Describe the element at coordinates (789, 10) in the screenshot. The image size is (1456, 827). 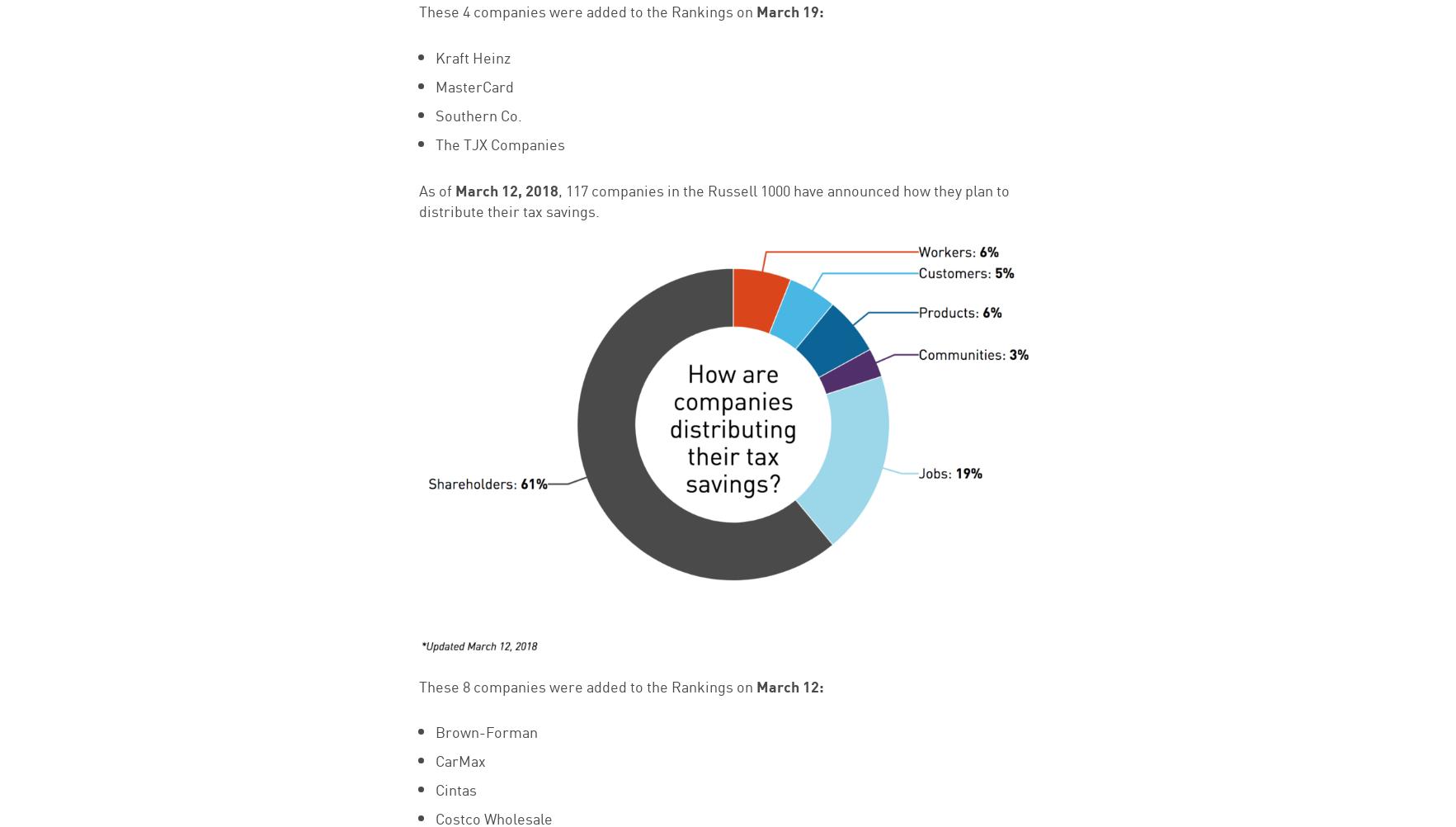
I see `'March 19:'` at that location.